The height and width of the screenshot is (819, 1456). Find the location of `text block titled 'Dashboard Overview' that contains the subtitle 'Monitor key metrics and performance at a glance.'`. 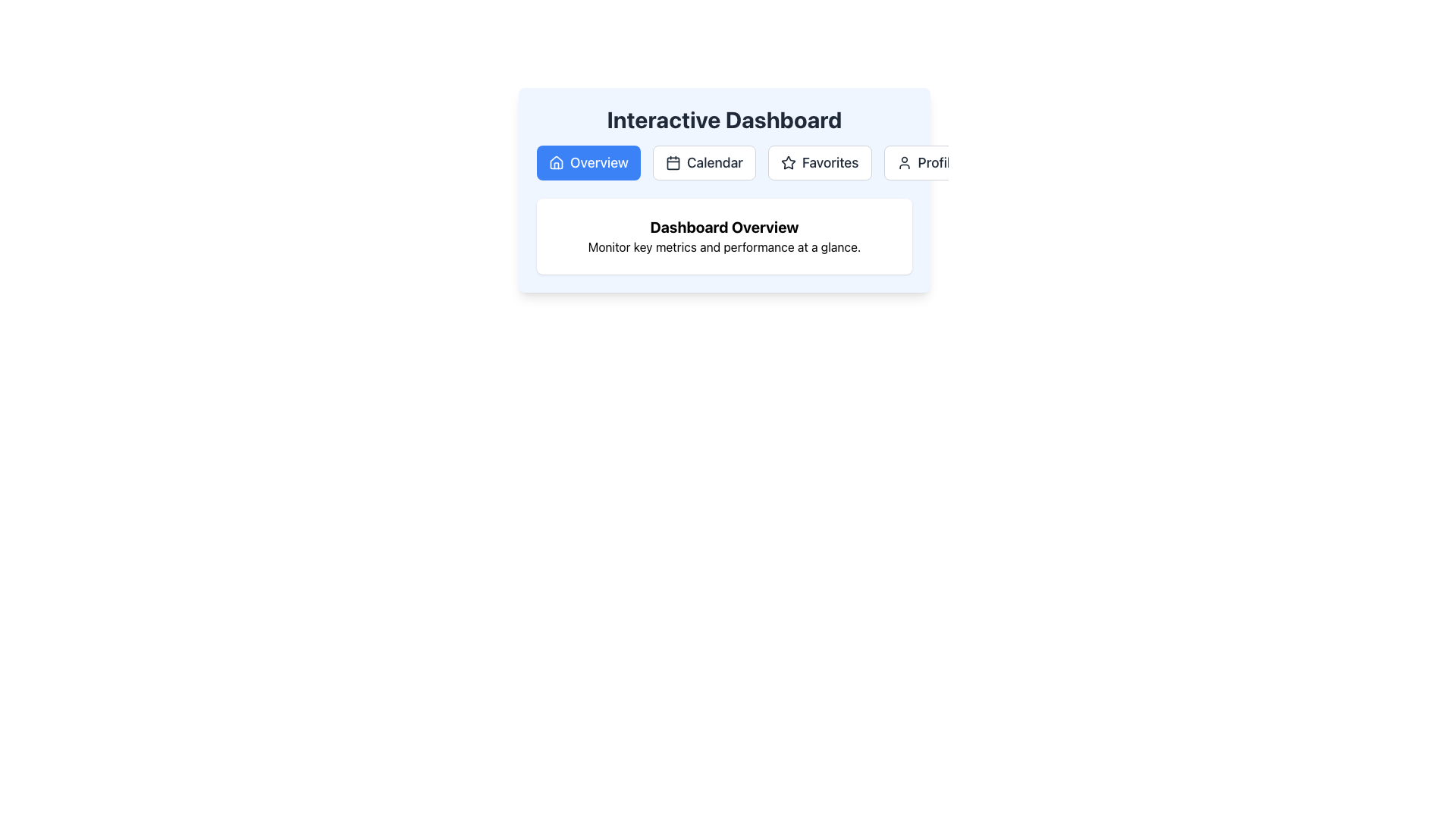

text block titled 'Dashboard Overview' that contains the subtitle 'Monitor key metrics and performance at a glance.' is located at coordinates (723, 237).